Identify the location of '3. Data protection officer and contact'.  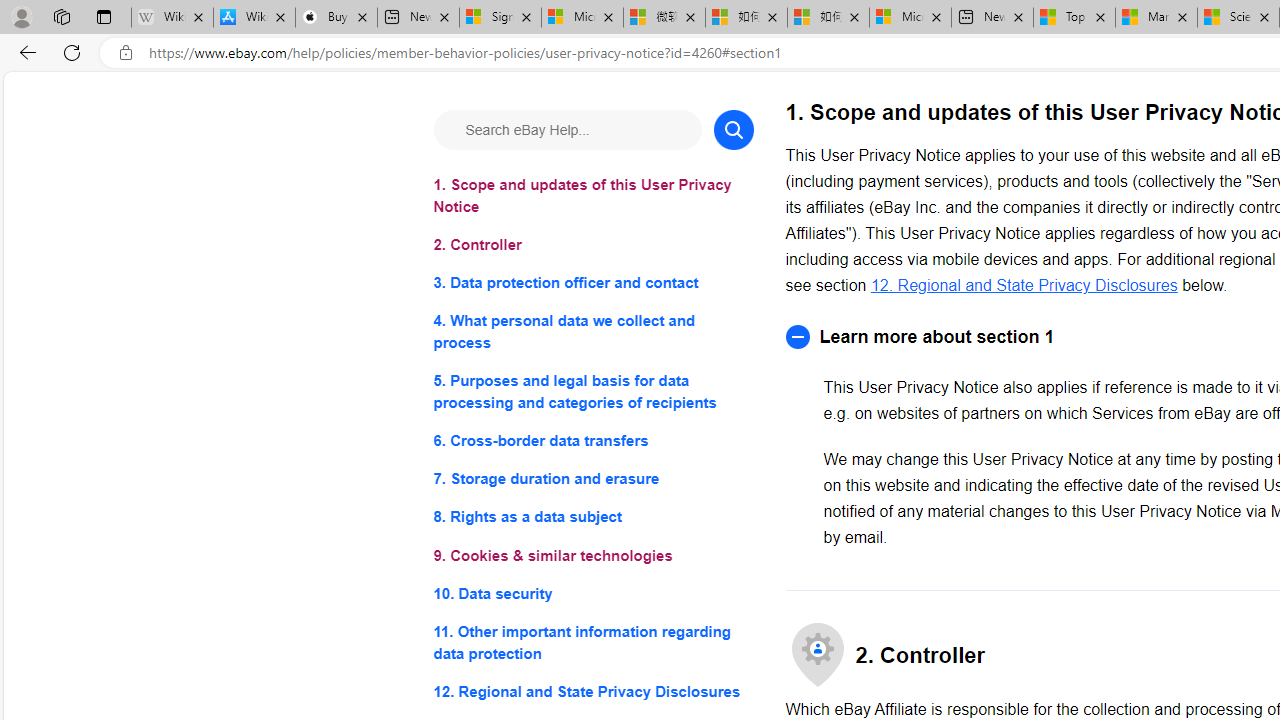
(592, 283).